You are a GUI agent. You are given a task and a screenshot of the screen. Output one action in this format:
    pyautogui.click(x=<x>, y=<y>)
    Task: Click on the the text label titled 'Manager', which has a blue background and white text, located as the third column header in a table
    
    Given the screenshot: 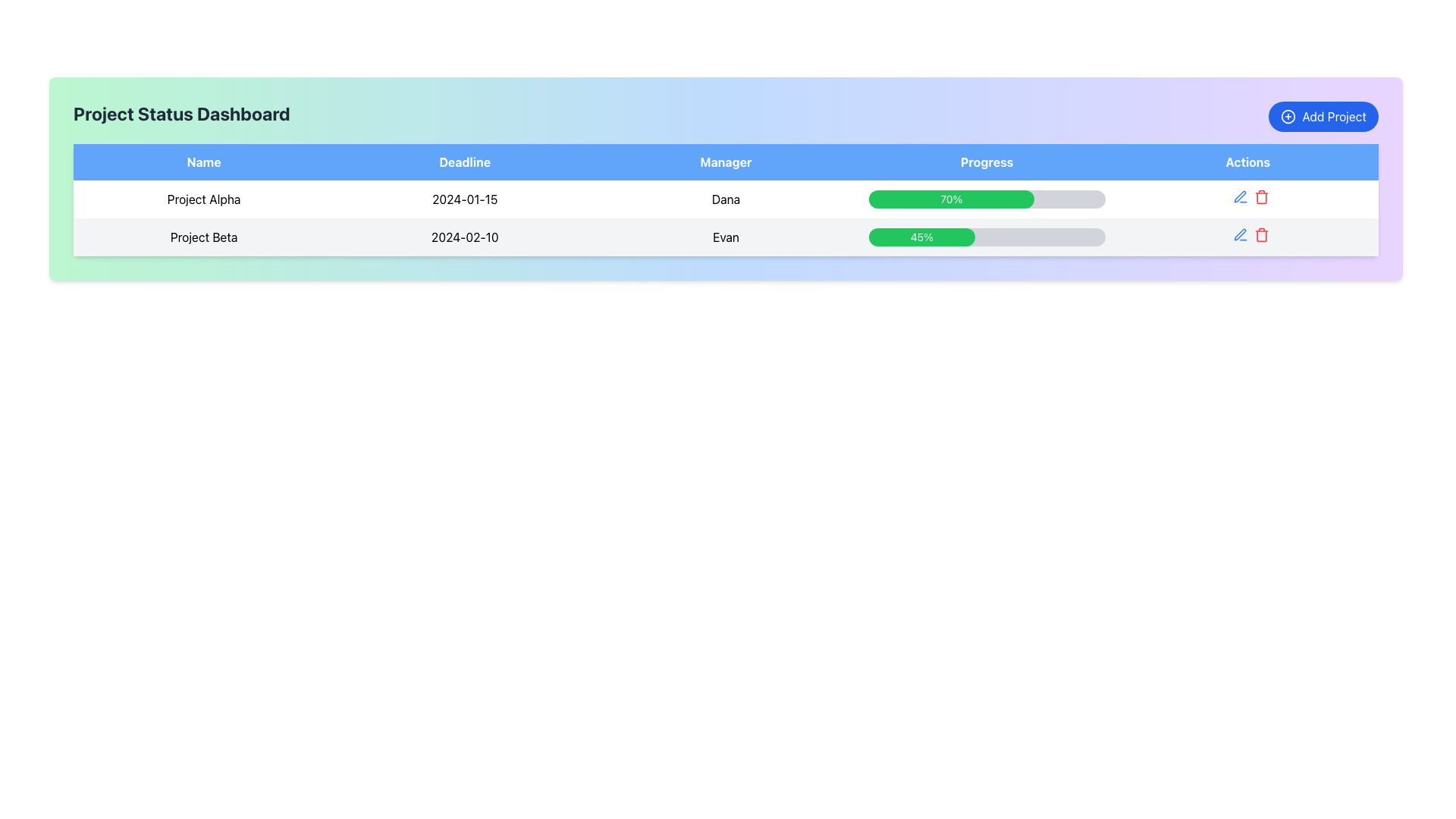 What is the action you would take?
    pyautogui.click(x=725, y=162)
    